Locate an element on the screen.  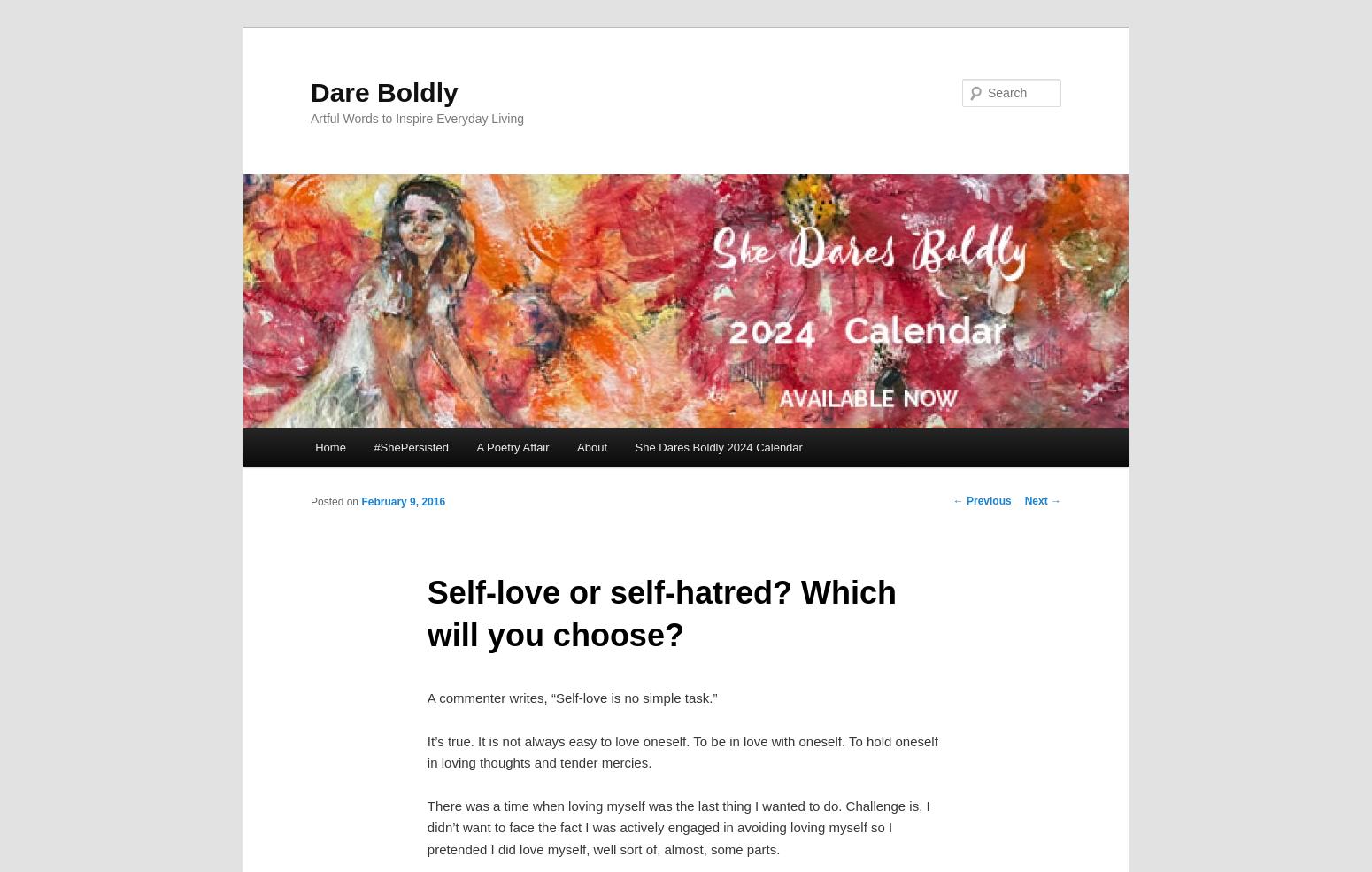
'Next' is located at coordinates (1037, 500).